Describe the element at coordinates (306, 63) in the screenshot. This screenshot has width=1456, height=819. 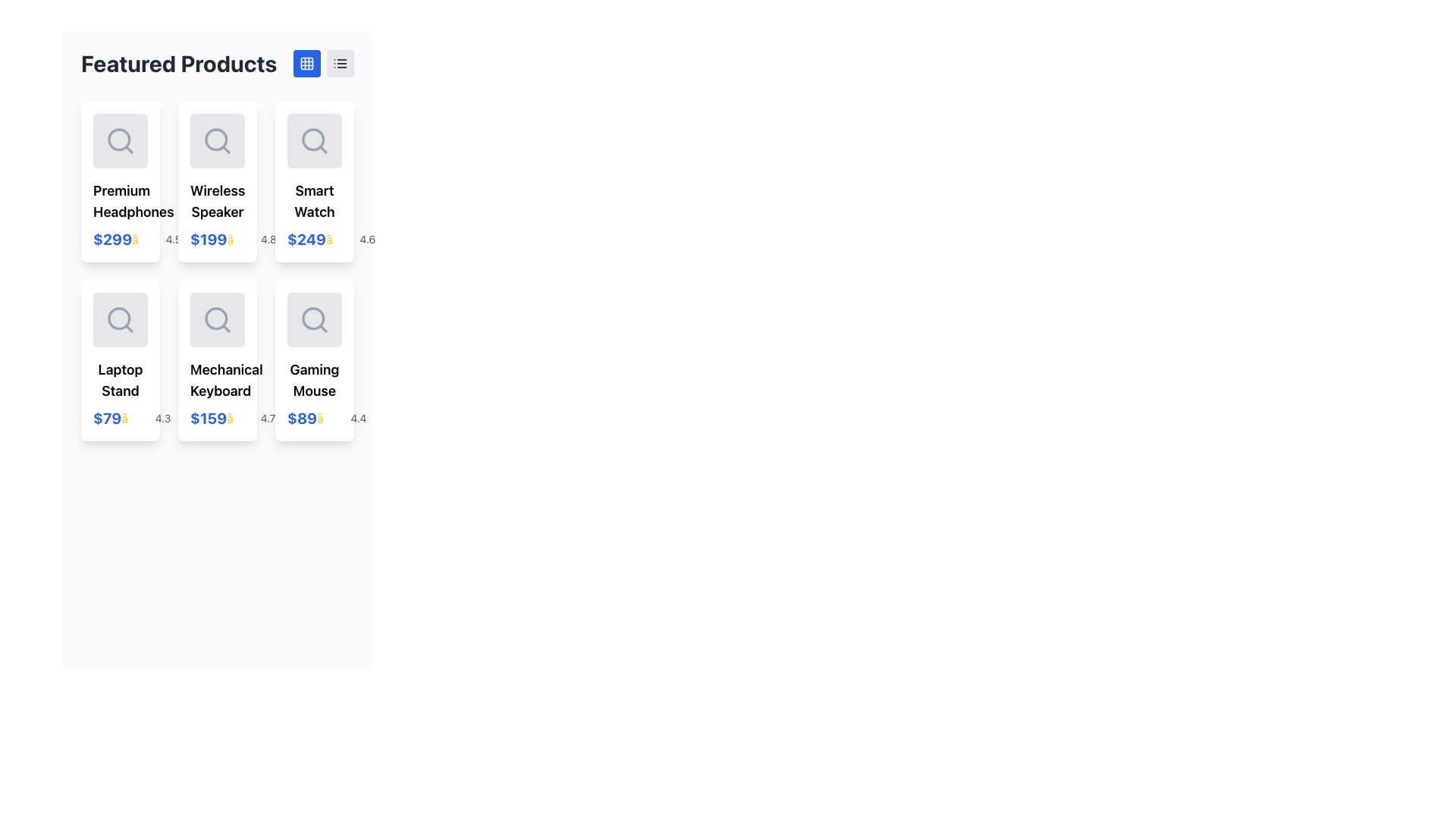
I see `the button located at the top-right of the 'Featured Products' section to switch to grid layout` at that location.